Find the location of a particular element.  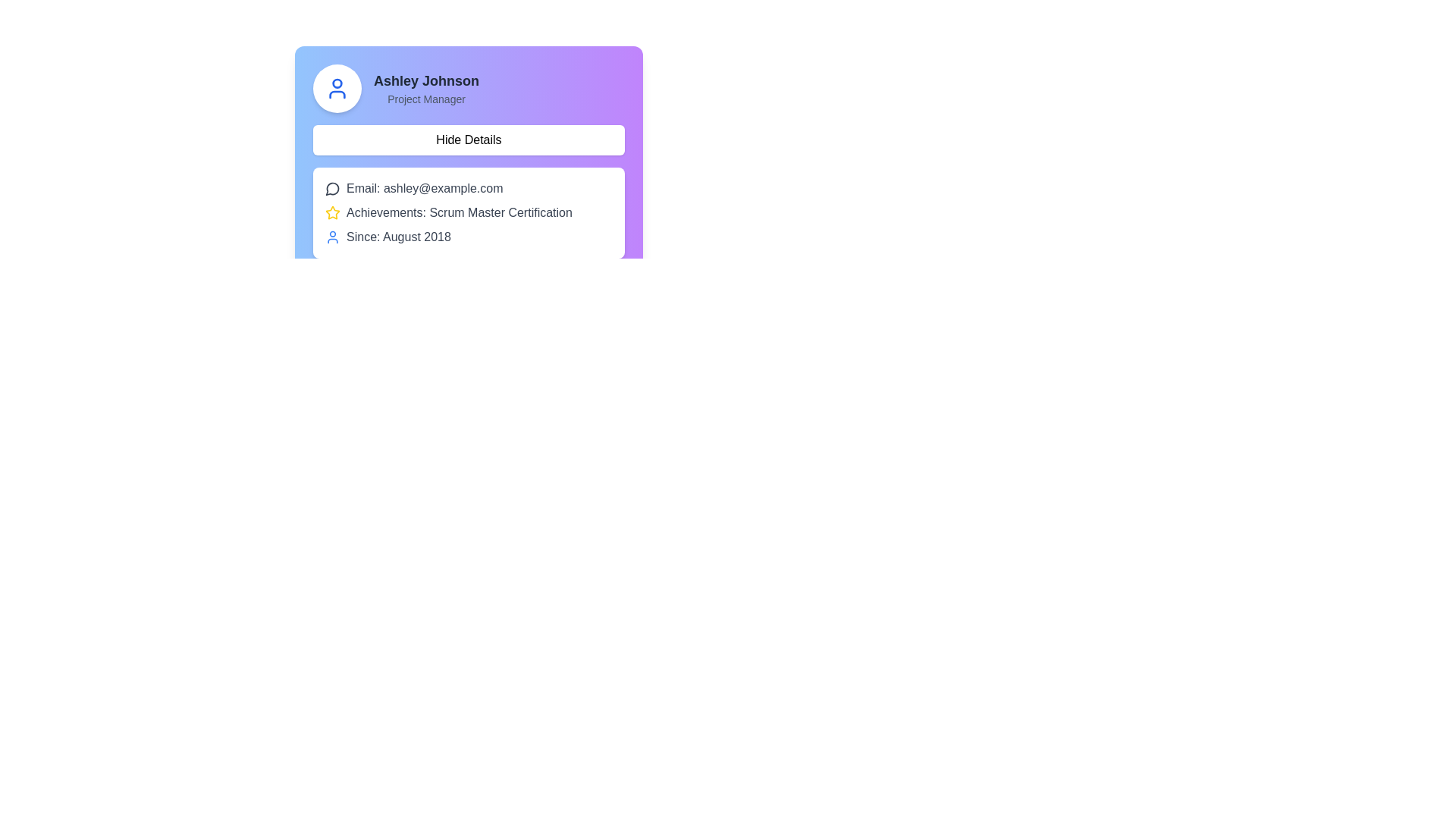

the Text with Icon displaying 'Achievements: Scrum Master Certification', which features a gold star icon and is positioned below the email entry and above the since entry in the user details list is located at coordinates (468, 213).